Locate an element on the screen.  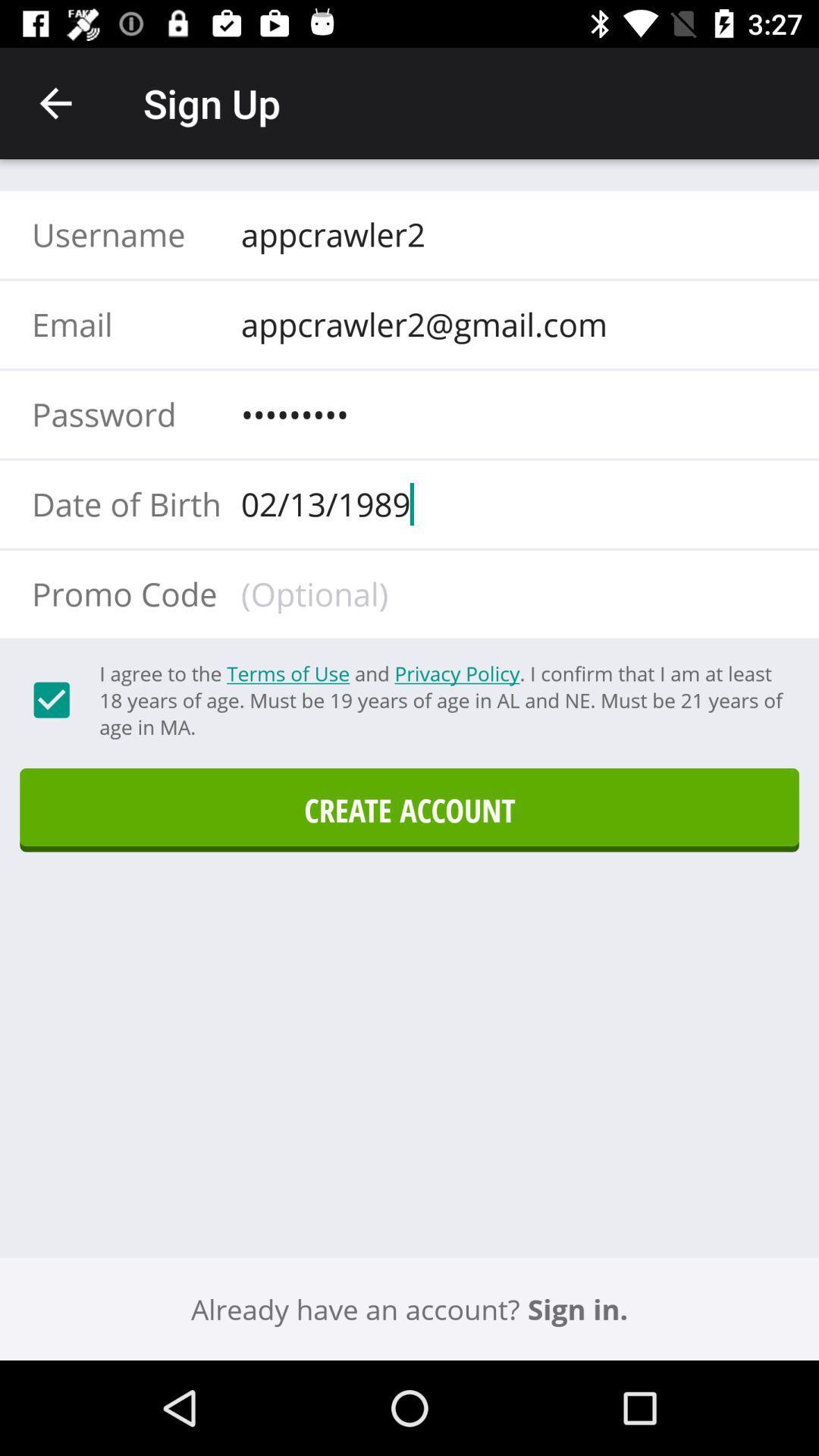
appcrawler2@gmail.com icon is located at coordinates (509, 323).